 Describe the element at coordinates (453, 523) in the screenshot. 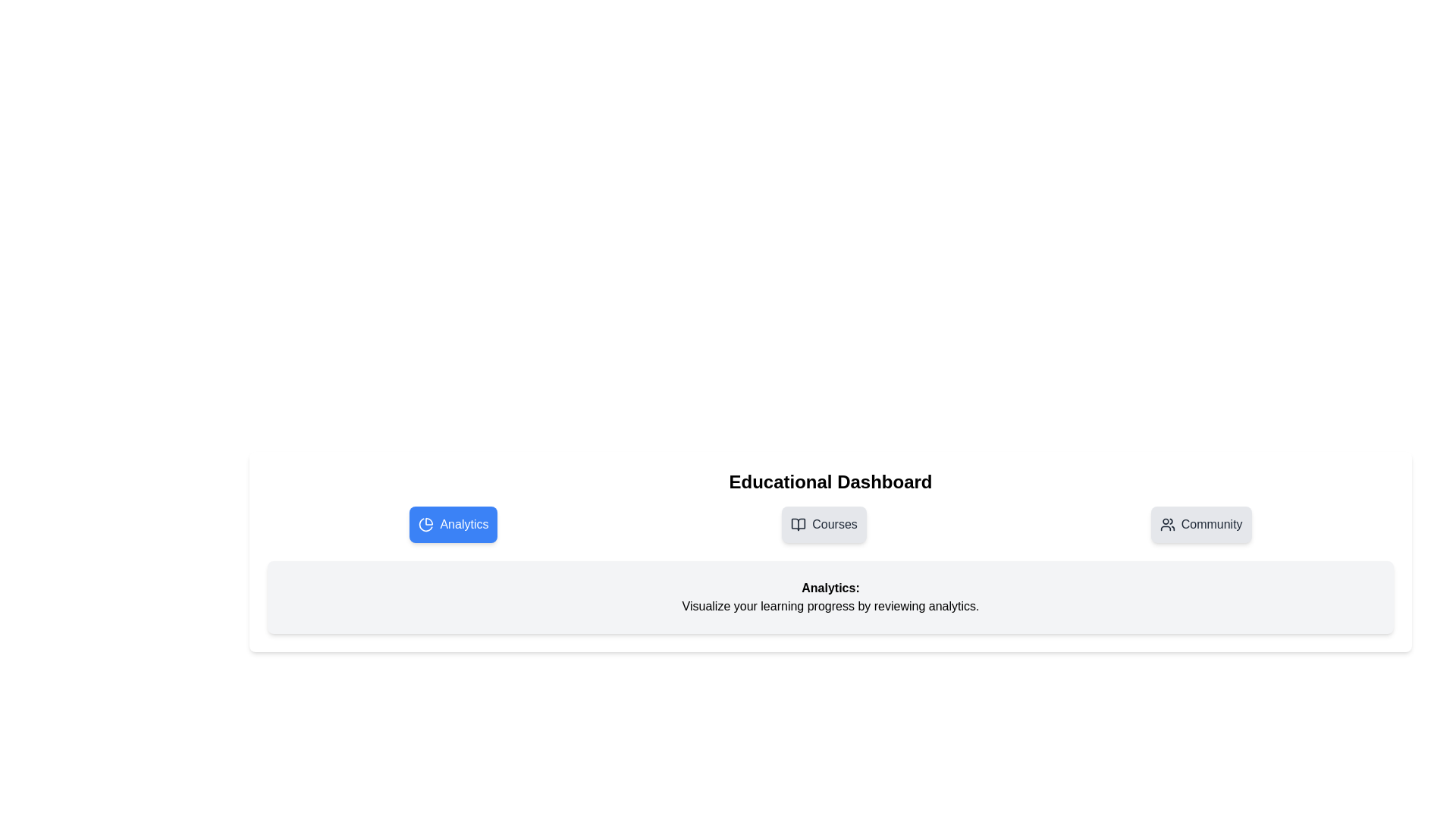

I see `the Analytics tab by clicking on its button` at that location.